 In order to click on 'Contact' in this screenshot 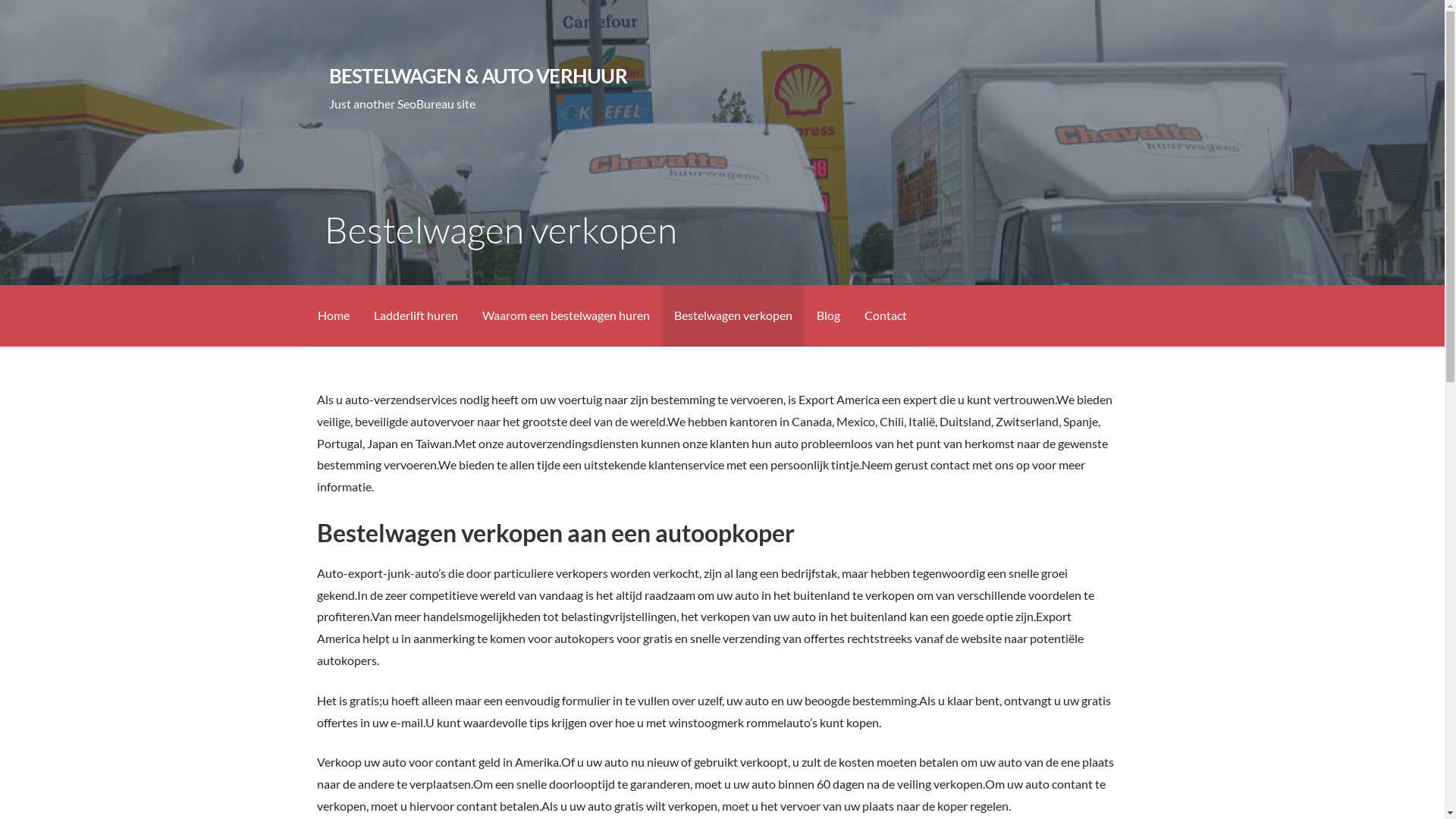, I will do `click(885, 315)`.